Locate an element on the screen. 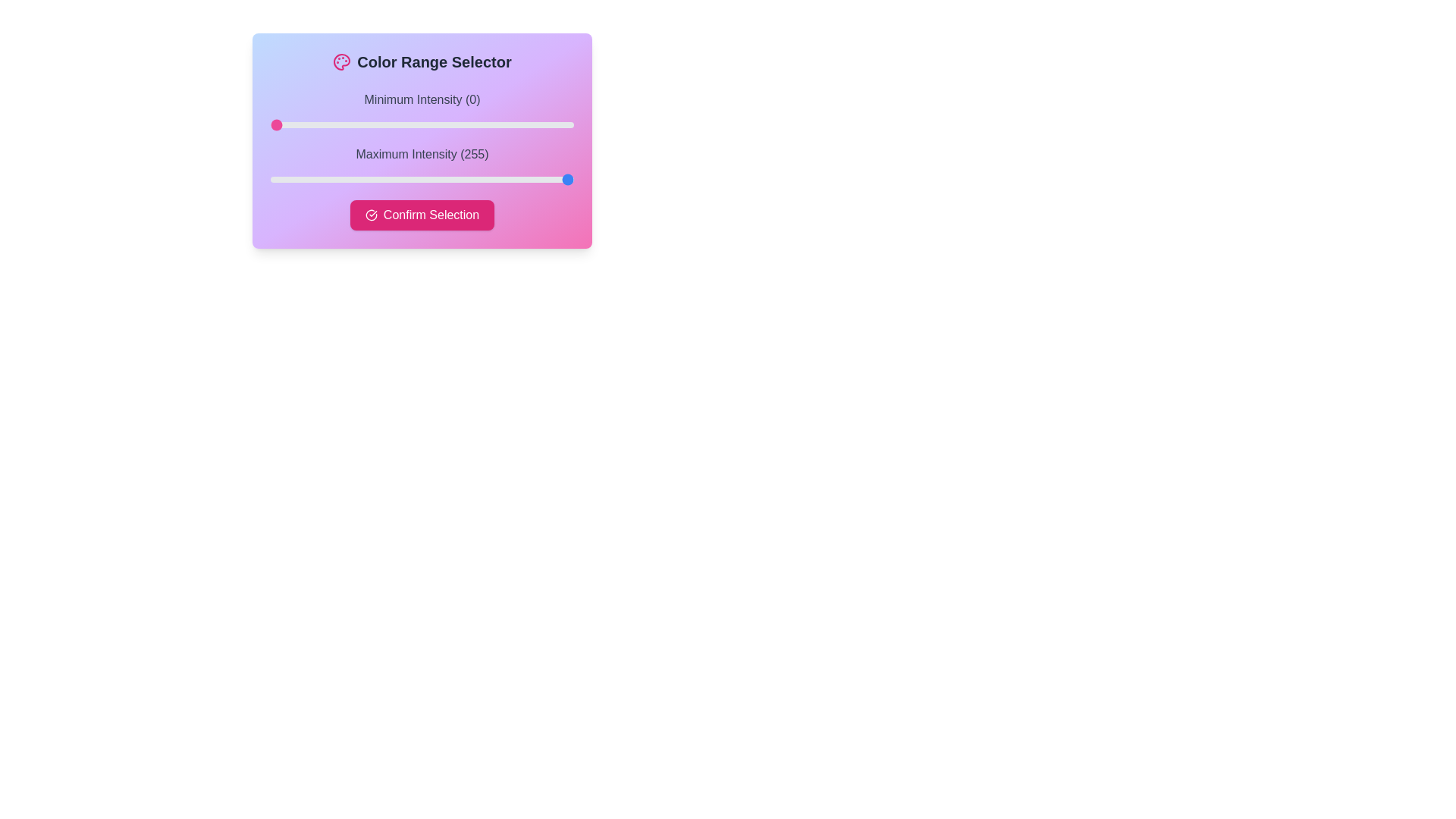 The width and height of the screenshot is (1456, 819). the slider to set the intensity to 75 is located at coordinates (359, 124).